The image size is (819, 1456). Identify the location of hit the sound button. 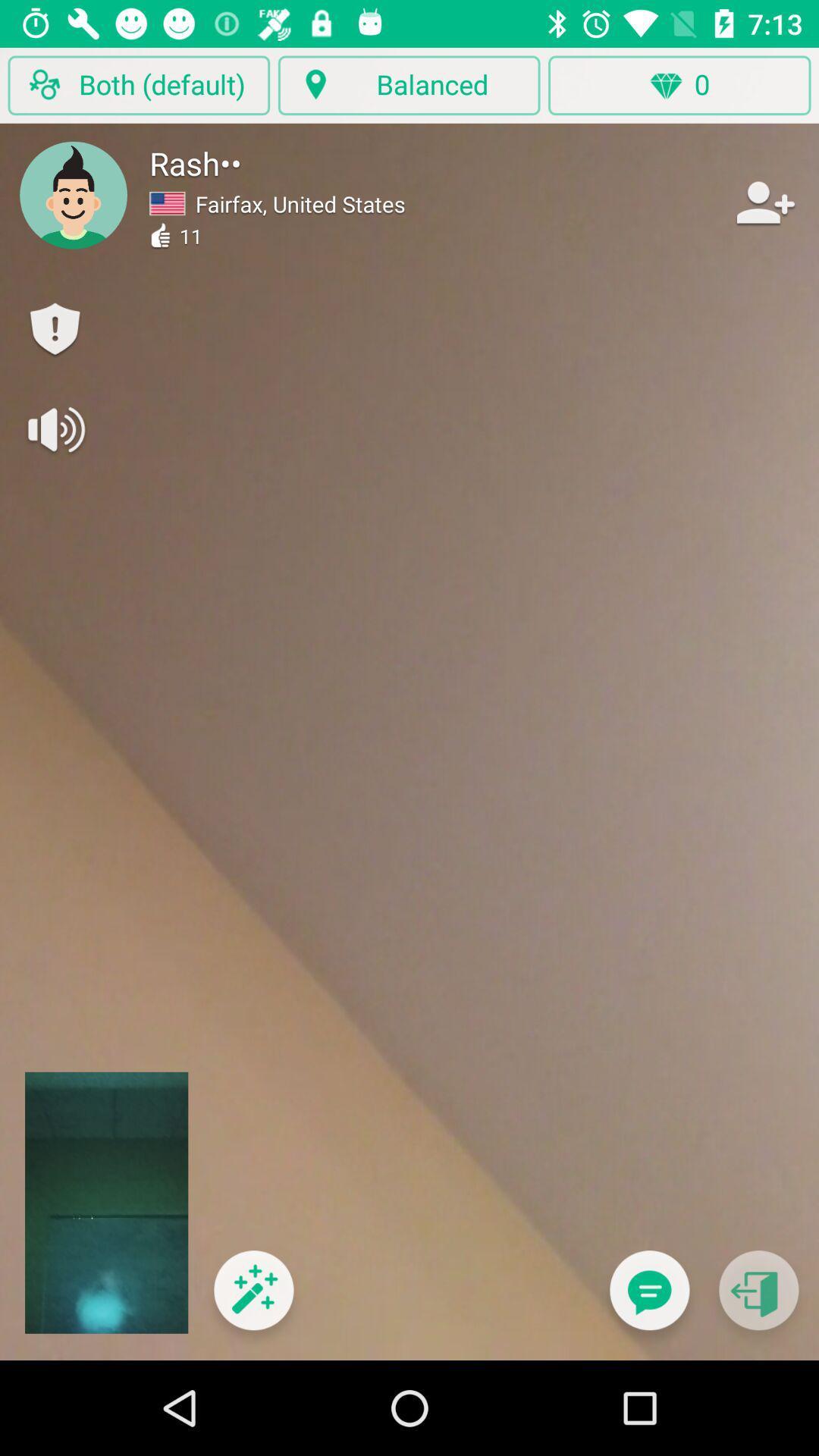
(54, 428).